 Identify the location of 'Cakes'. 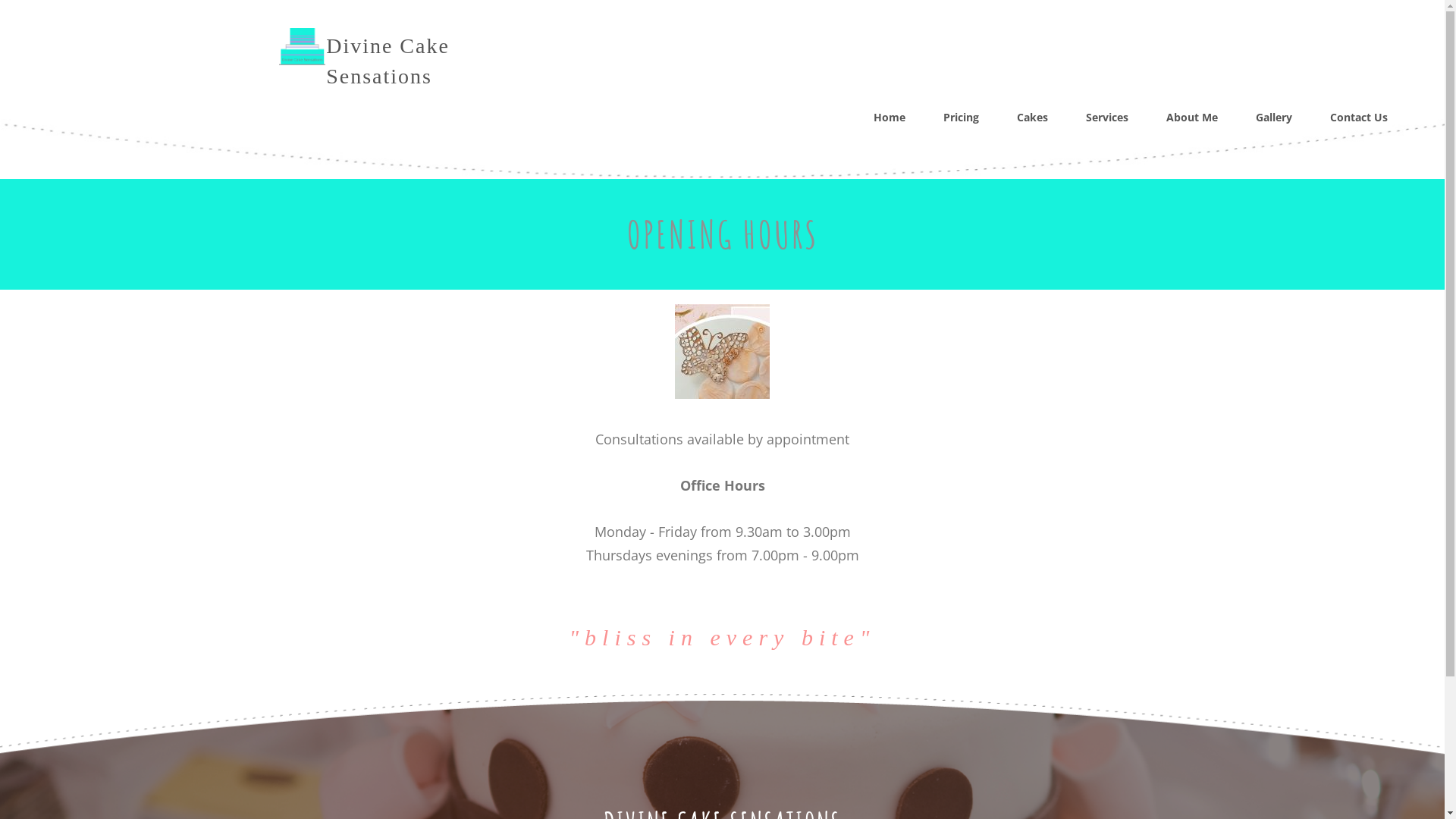
(1031, 116).